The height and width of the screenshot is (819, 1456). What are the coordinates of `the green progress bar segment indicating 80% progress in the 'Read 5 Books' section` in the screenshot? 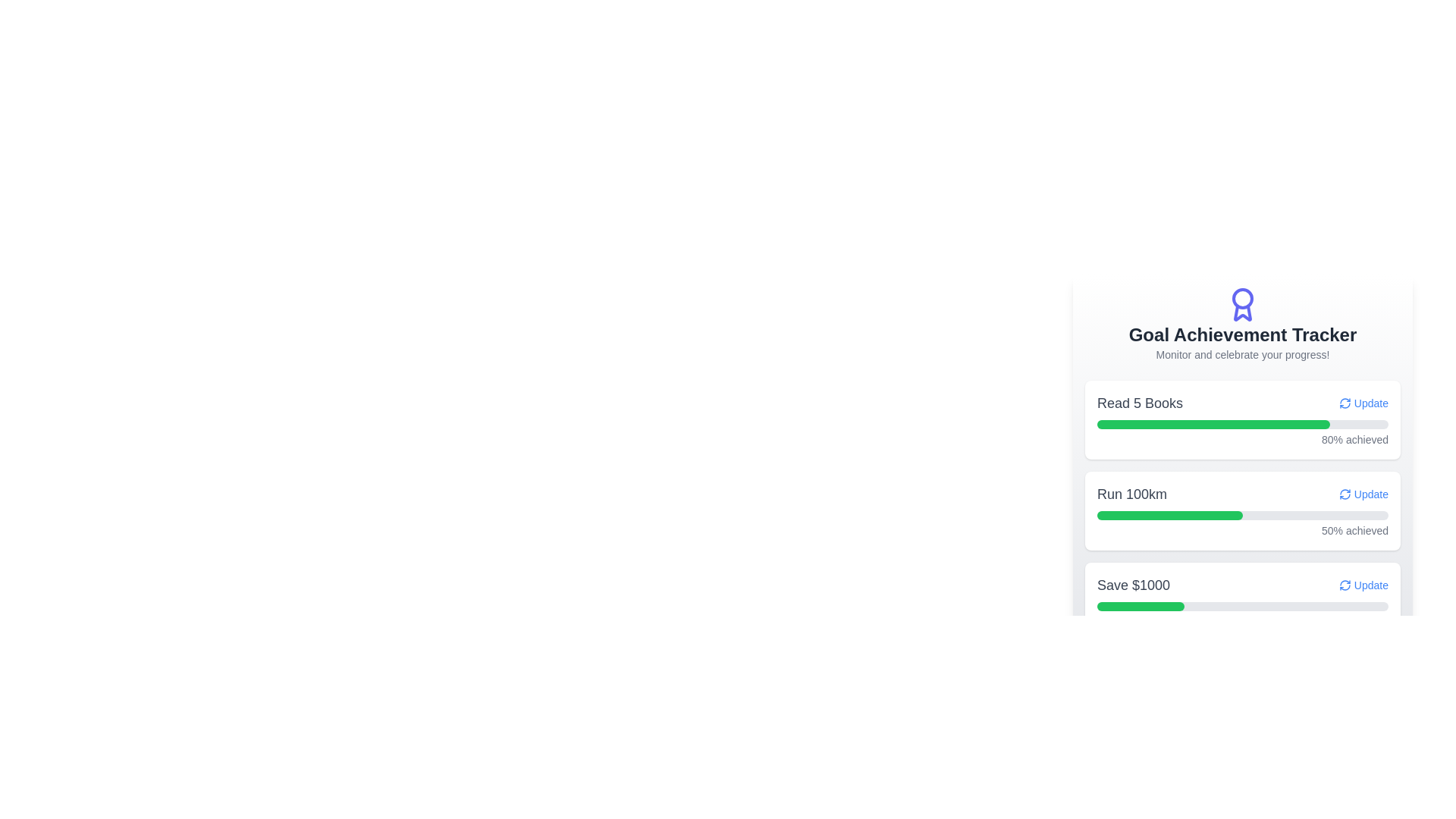 It's located at (1213, 424).